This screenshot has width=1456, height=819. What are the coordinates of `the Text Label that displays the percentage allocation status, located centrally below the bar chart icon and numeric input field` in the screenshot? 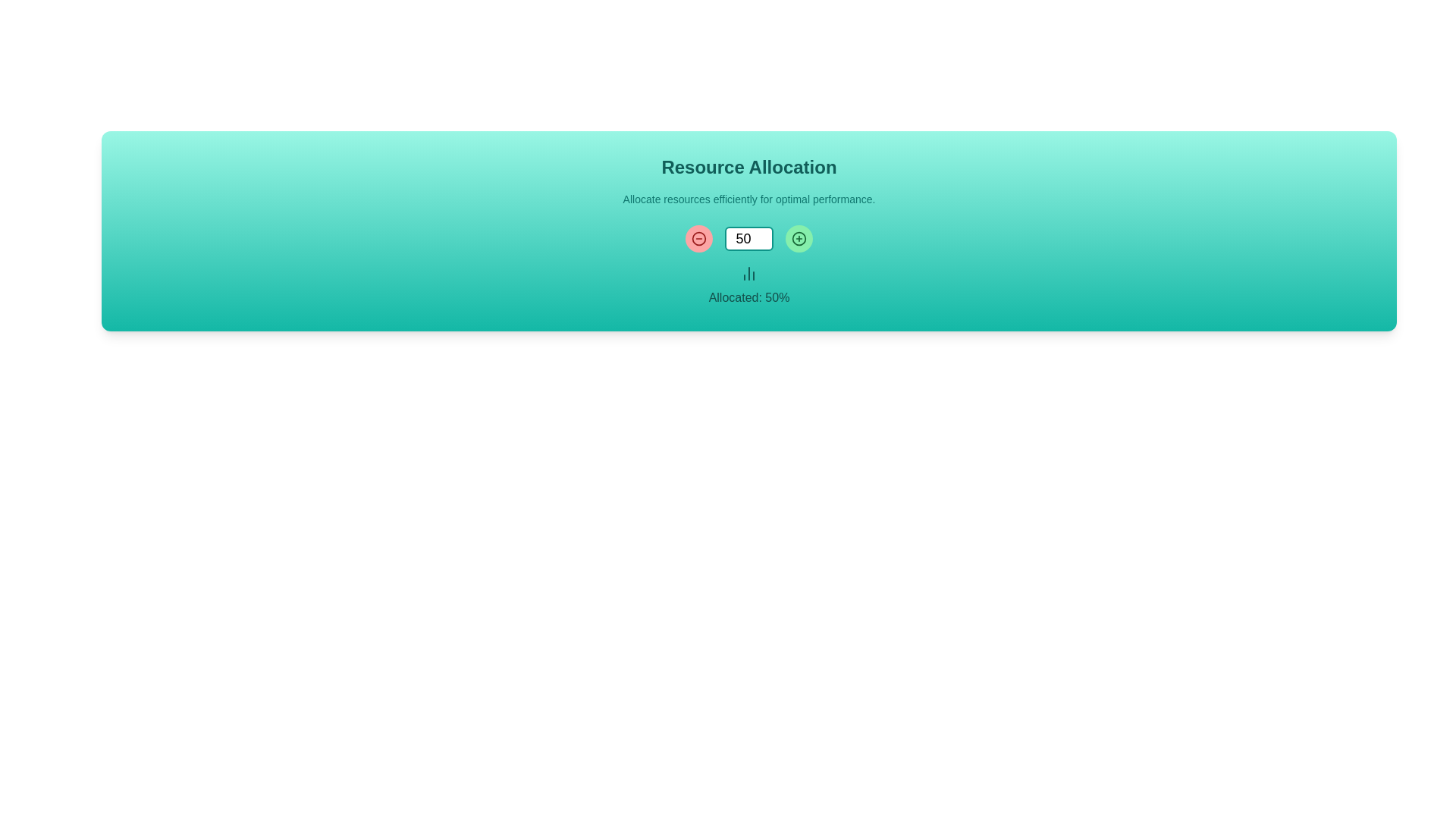 It's located at (749, 286).